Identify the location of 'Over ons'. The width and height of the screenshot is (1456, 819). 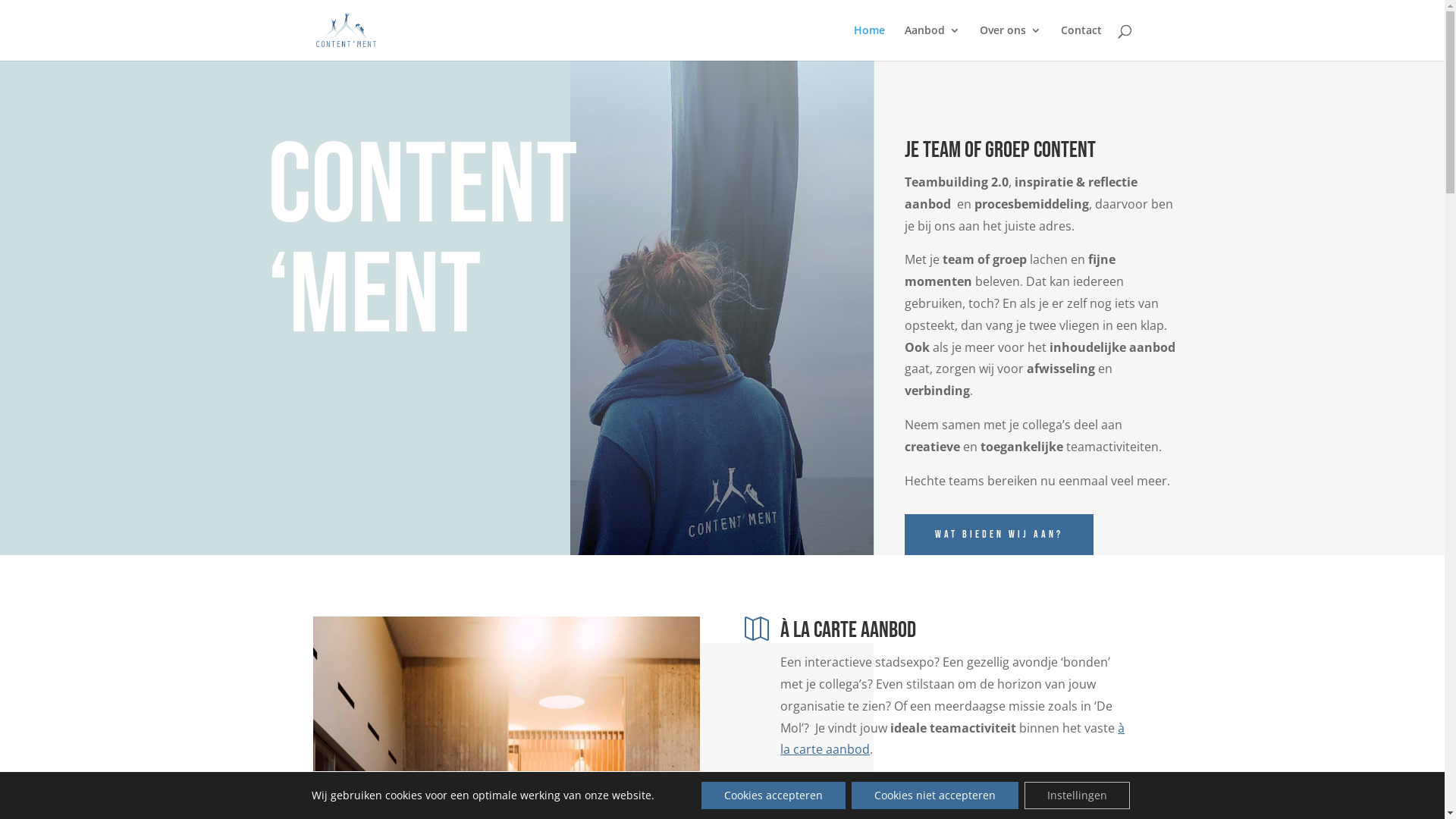
(1010, 42).